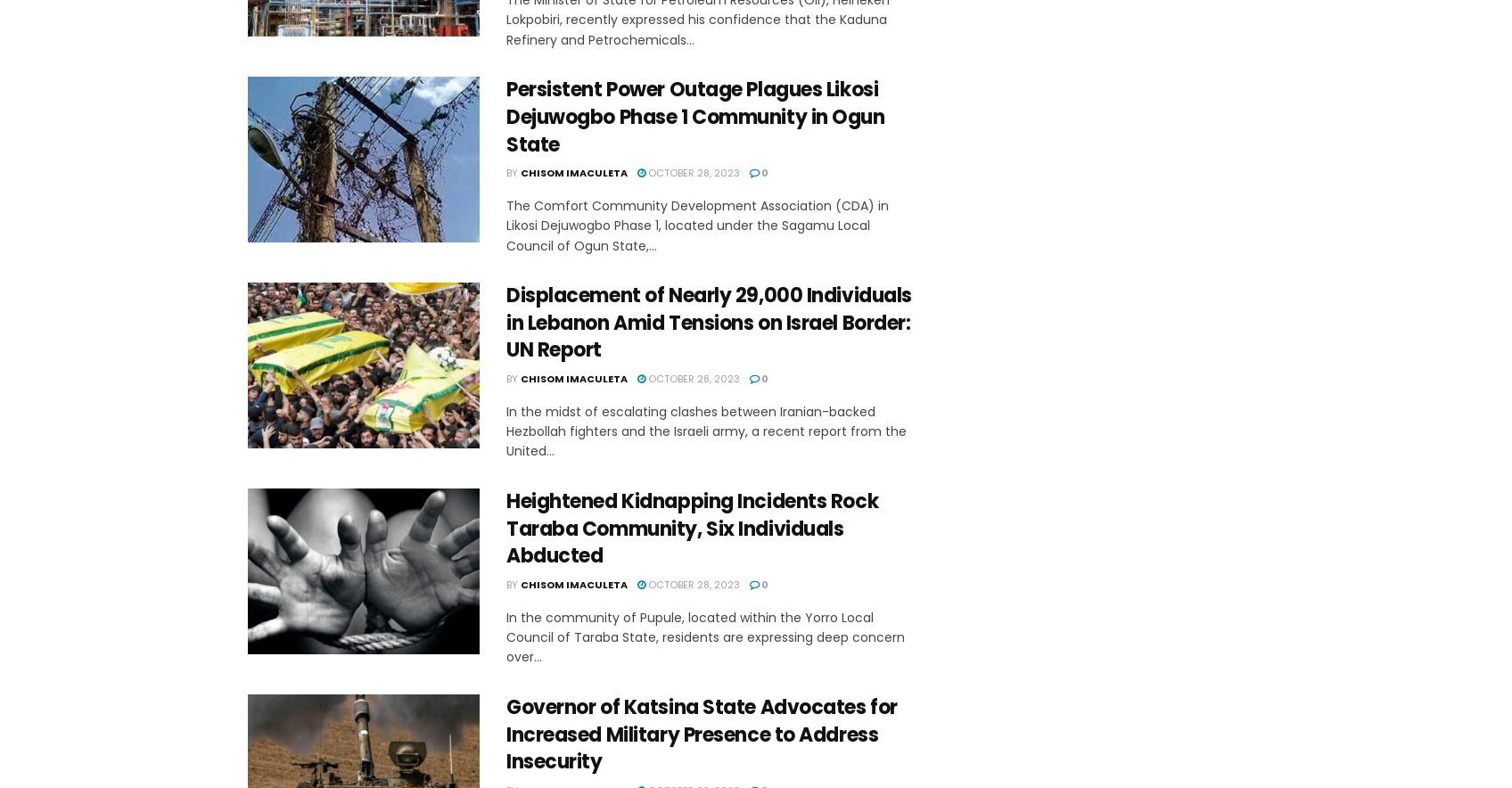  What do you see at coordinates (505, 430) in the screenshot?
I see `'In the midst of escalating clashes between Iranian-backed Hezbollah fighters and the Israeli army, a recent report from the United...'` at bounding box center [505, 430].